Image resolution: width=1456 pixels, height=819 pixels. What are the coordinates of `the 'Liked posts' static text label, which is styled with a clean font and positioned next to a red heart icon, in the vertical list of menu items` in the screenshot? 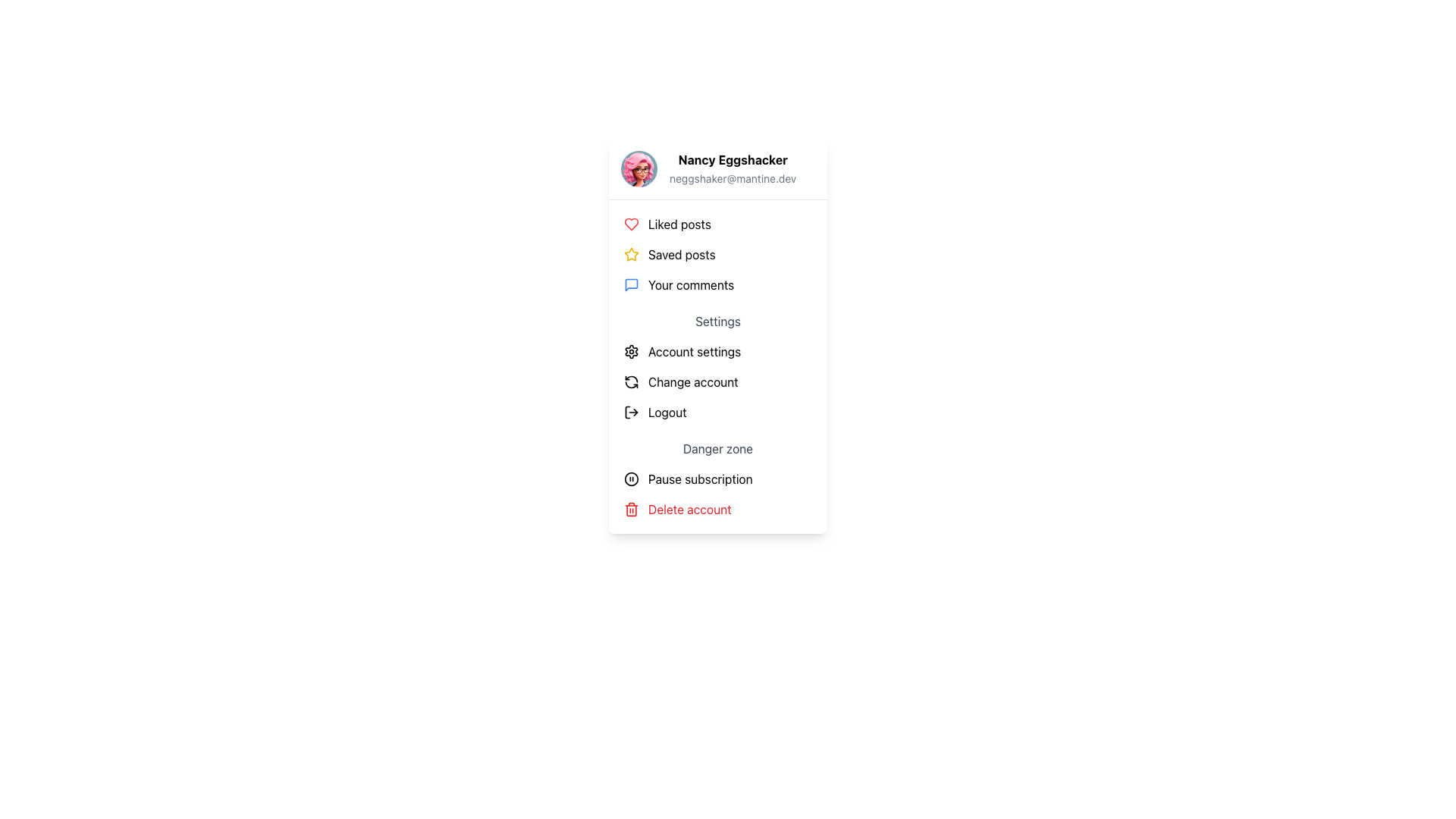 It's located at (679, 224).